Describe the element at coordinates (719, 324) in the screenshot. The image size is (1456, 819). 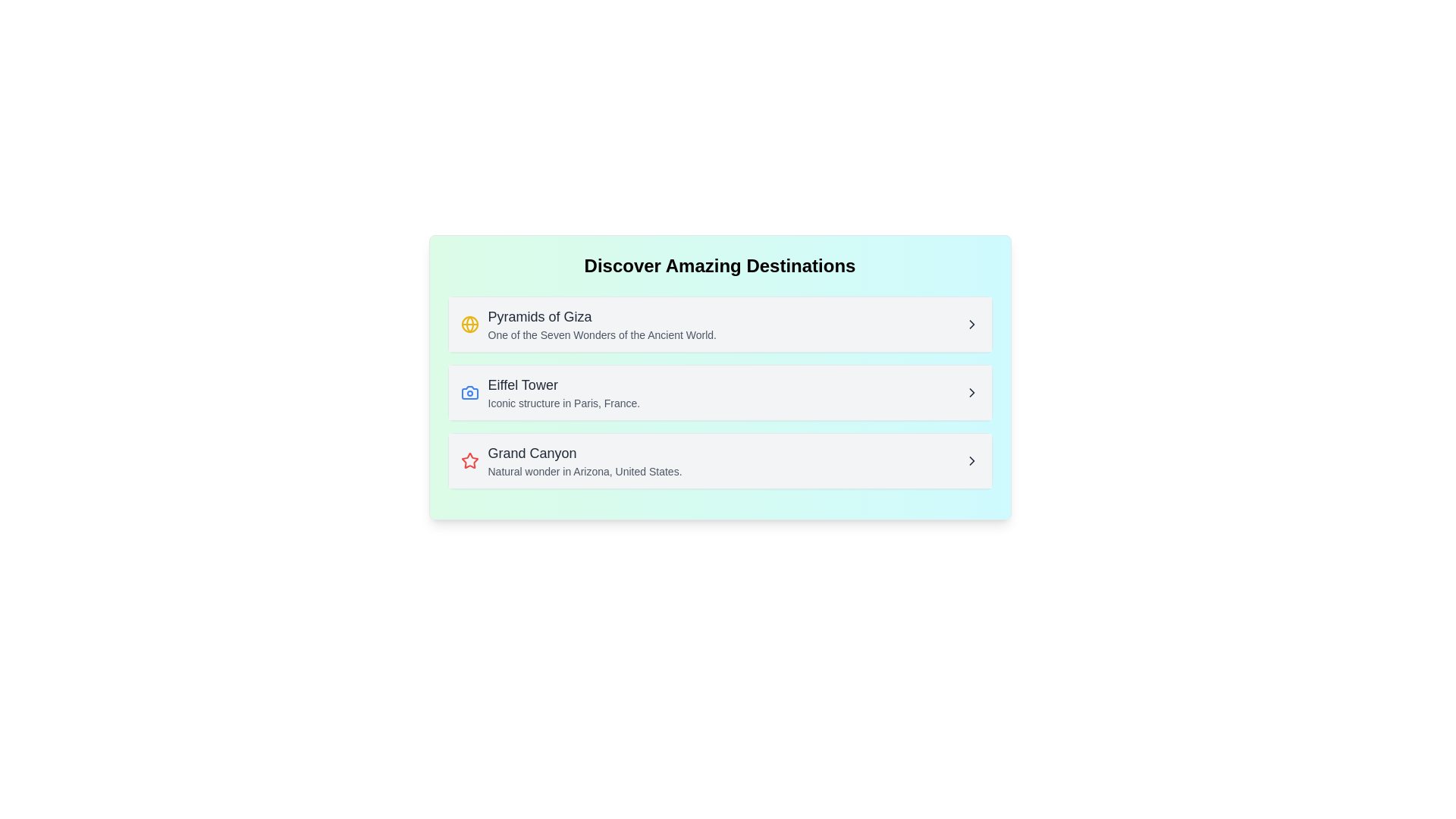
I see `the list item titled 'Pyramids of Giza'` at that location.